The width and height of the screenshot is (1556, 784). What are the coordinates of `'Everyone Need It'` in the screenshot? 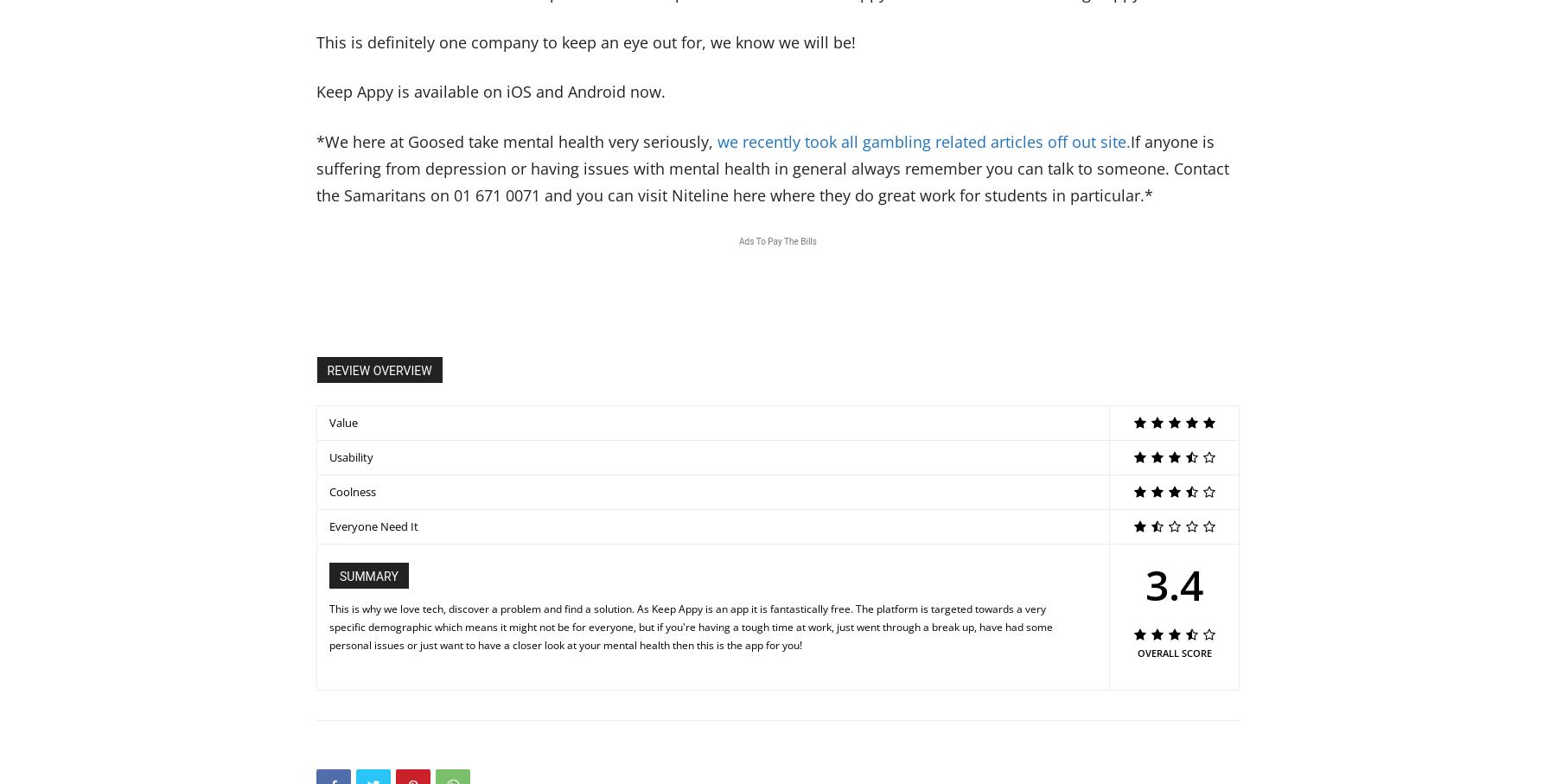 It's located at (373, 524).